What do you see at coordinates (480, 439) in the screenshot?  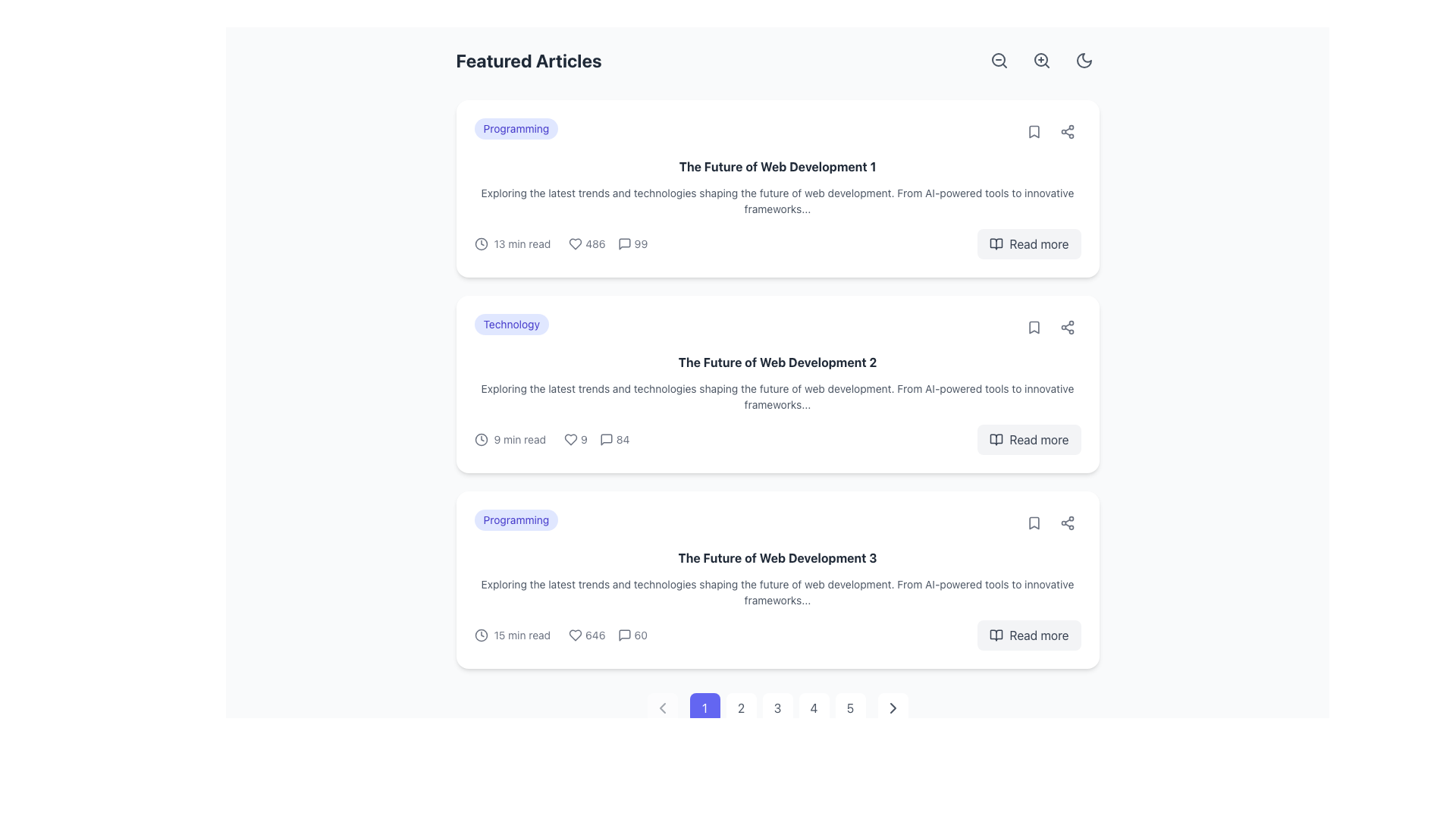 I see `the reading time indicator icon located to the left of the '9 min read' text in the lower metadata row of the second article card for 'The Future of Web Development 2'` at bounding box center [480, 439].